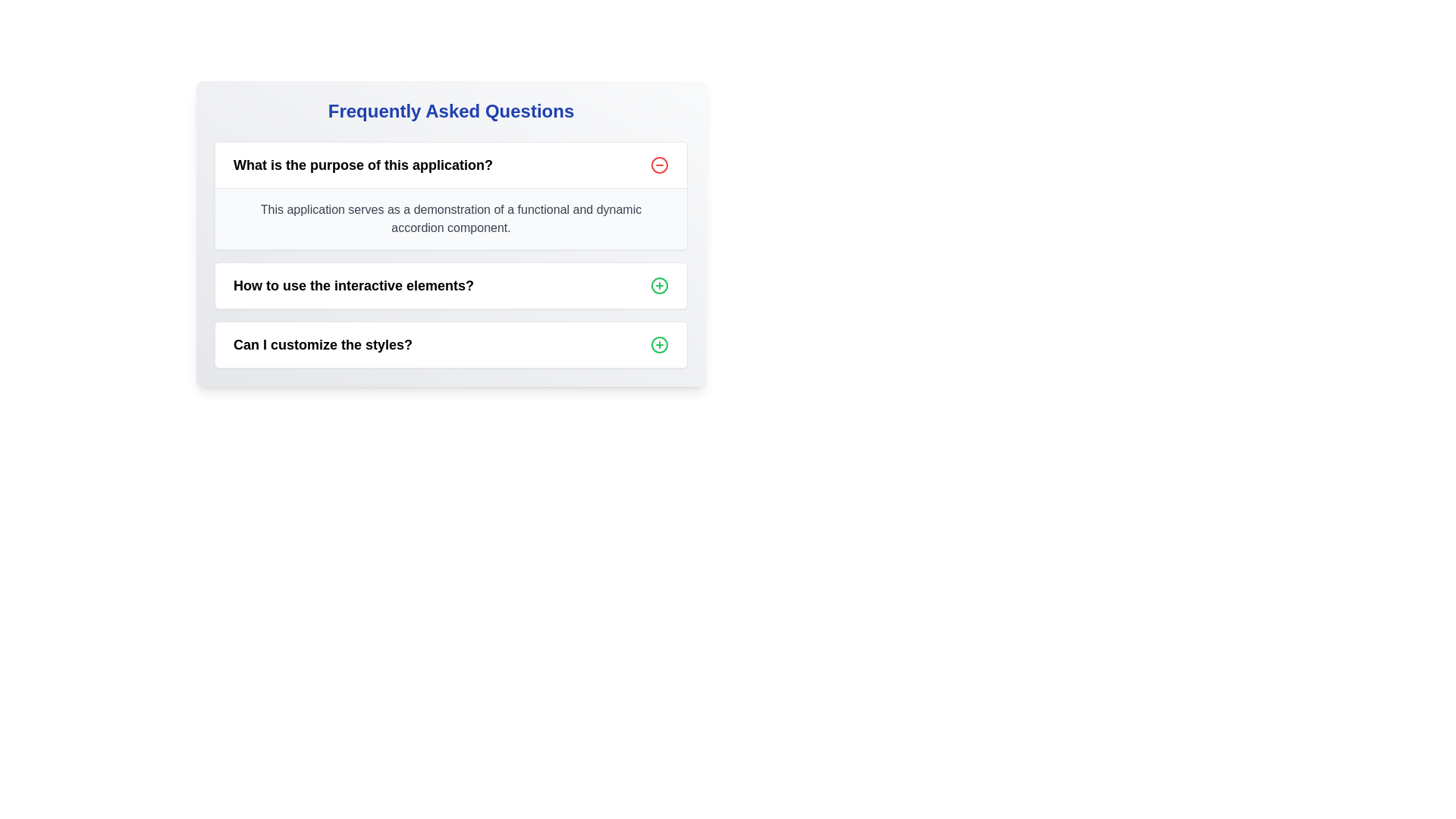 The image size is (1456, 819). What do you see at coordinates (450, 286) in the screenshot?
I see `the Collapsible FAQ entry titled 'How to use the interactive elements?' for accessibility navigation` at bounding box center [450, 286].